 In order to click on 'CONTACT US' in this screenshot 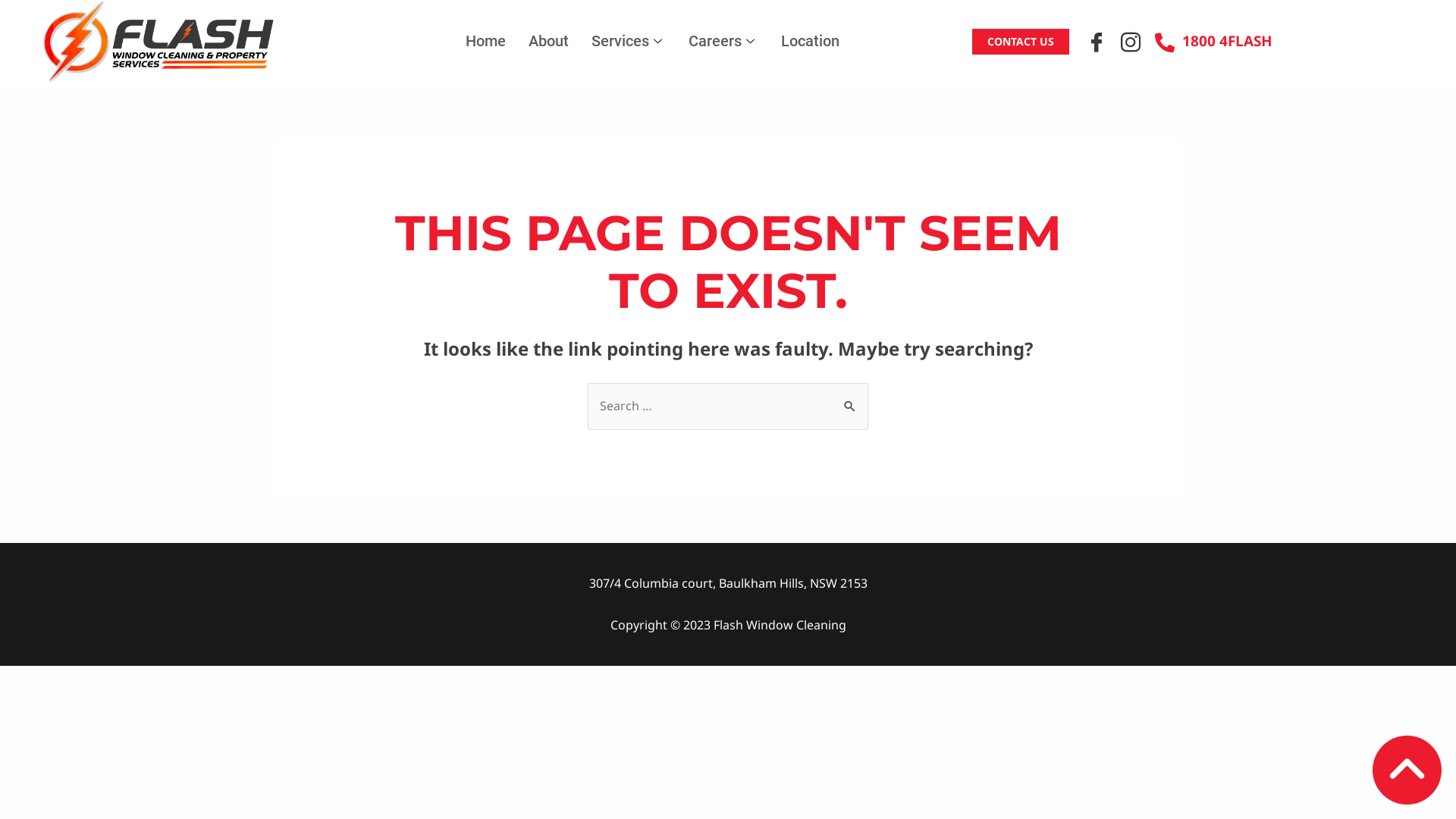, I will do `click(971, 40)`.